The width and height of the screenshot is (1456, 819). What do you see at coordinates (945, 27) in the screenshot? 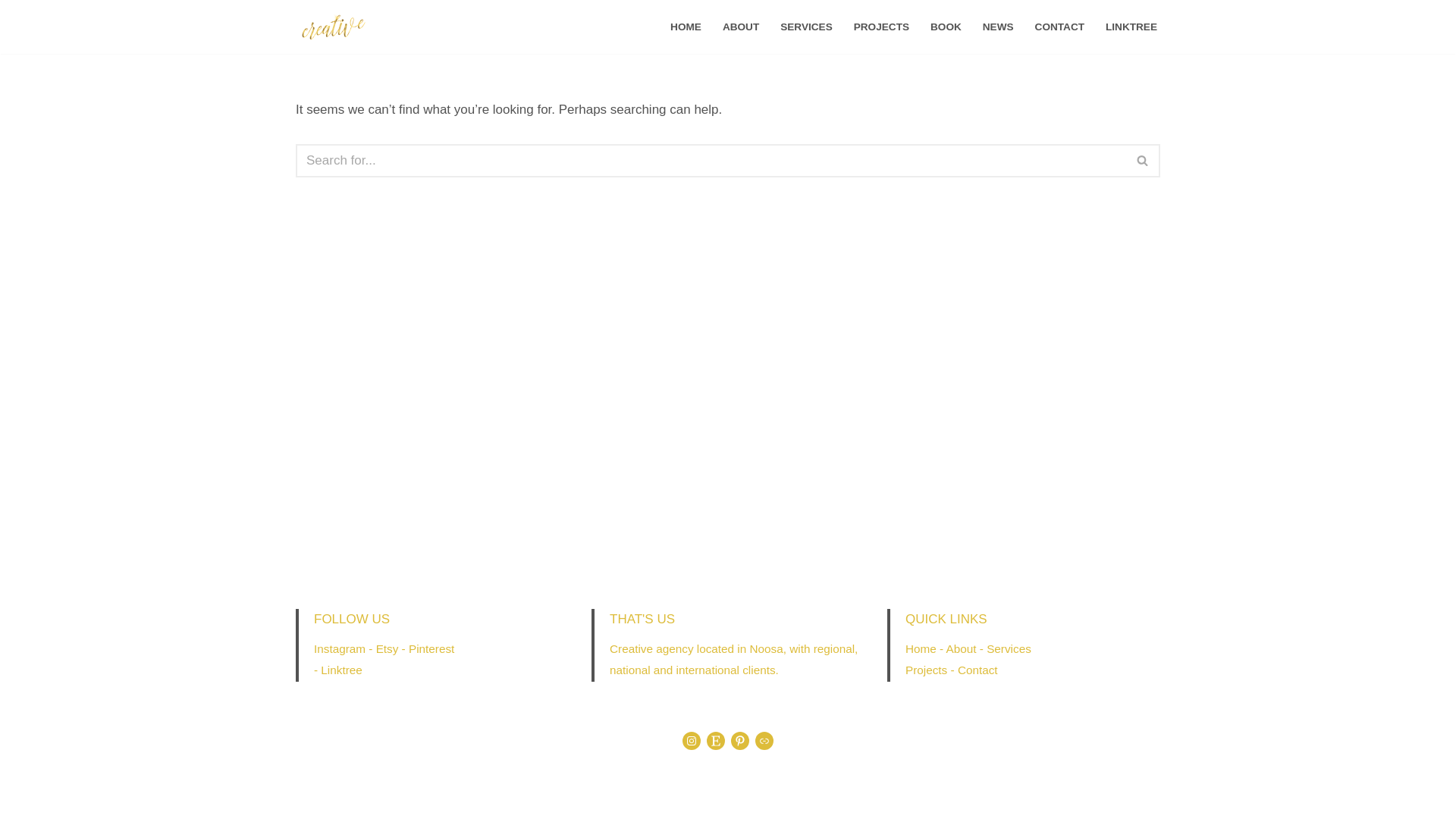
I see `'BOOK'` at bounding box center [945, 27].